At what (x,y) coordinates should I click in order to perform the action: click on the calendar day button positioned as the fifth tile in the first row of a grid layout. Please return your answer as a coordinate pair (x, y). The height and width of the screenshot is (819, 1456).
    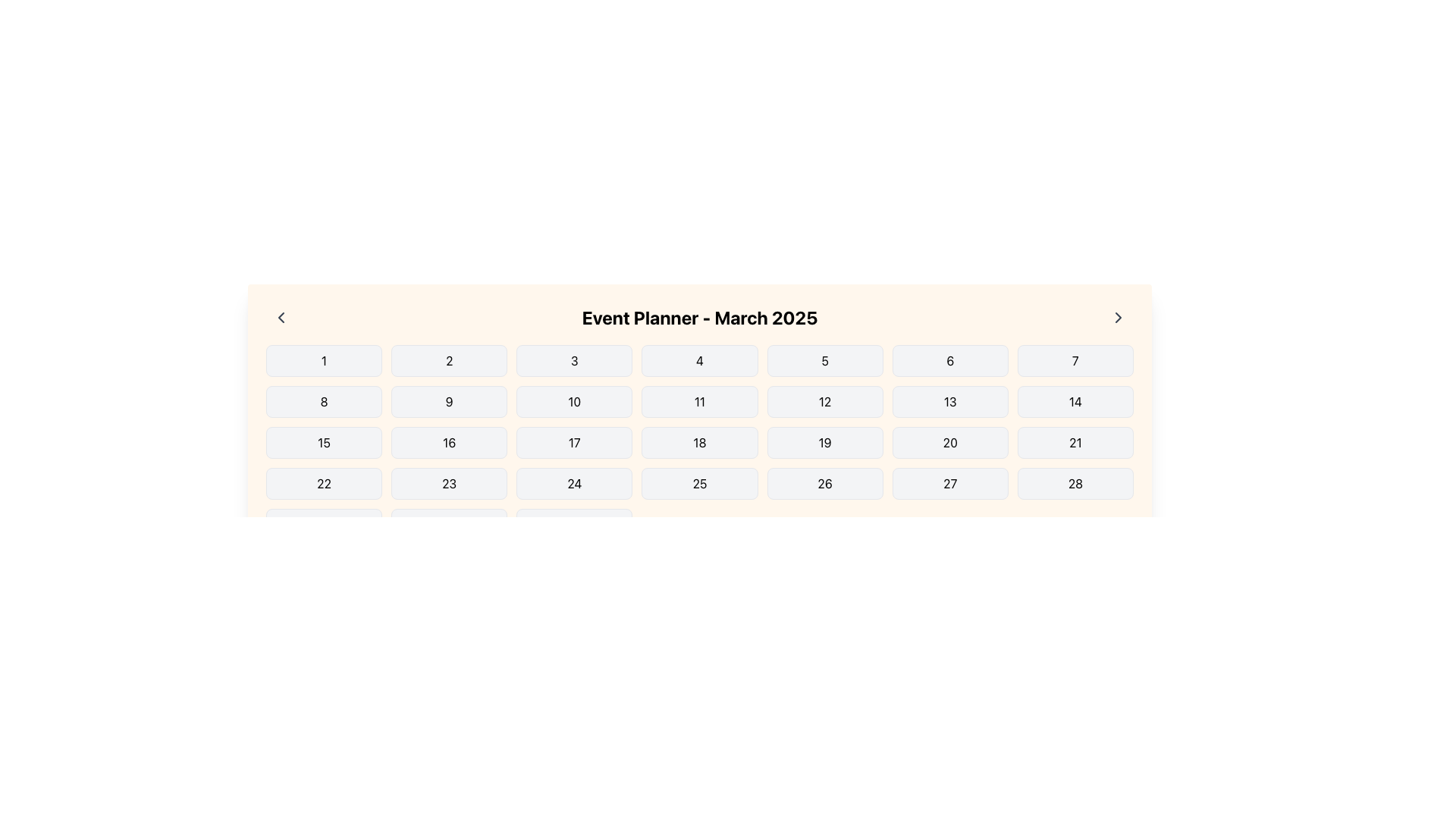
    Looking at the image, I should click on (824, 360).